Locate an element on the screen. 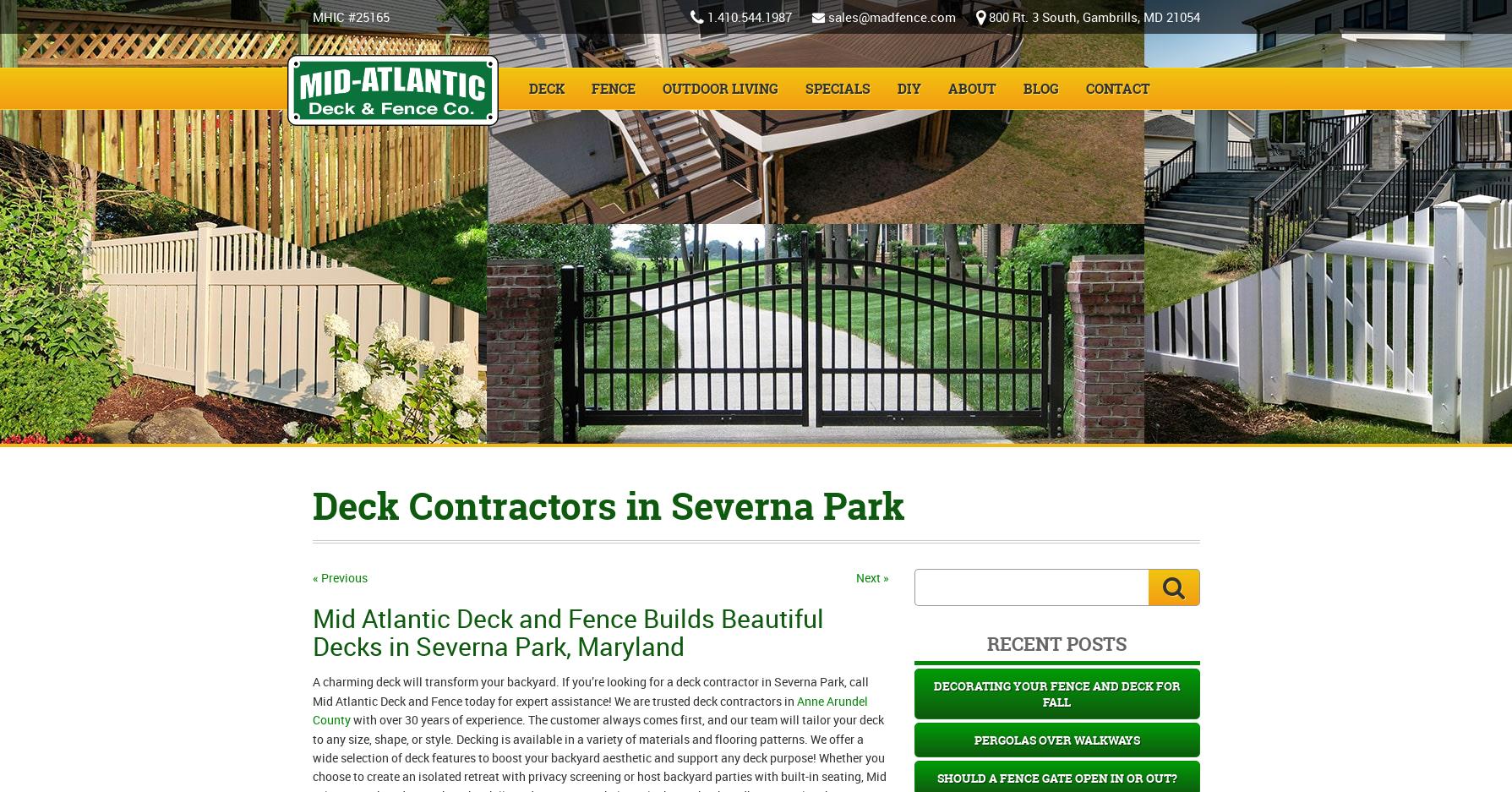  'sales@madfence.com' is located at coordinates (890, 15).